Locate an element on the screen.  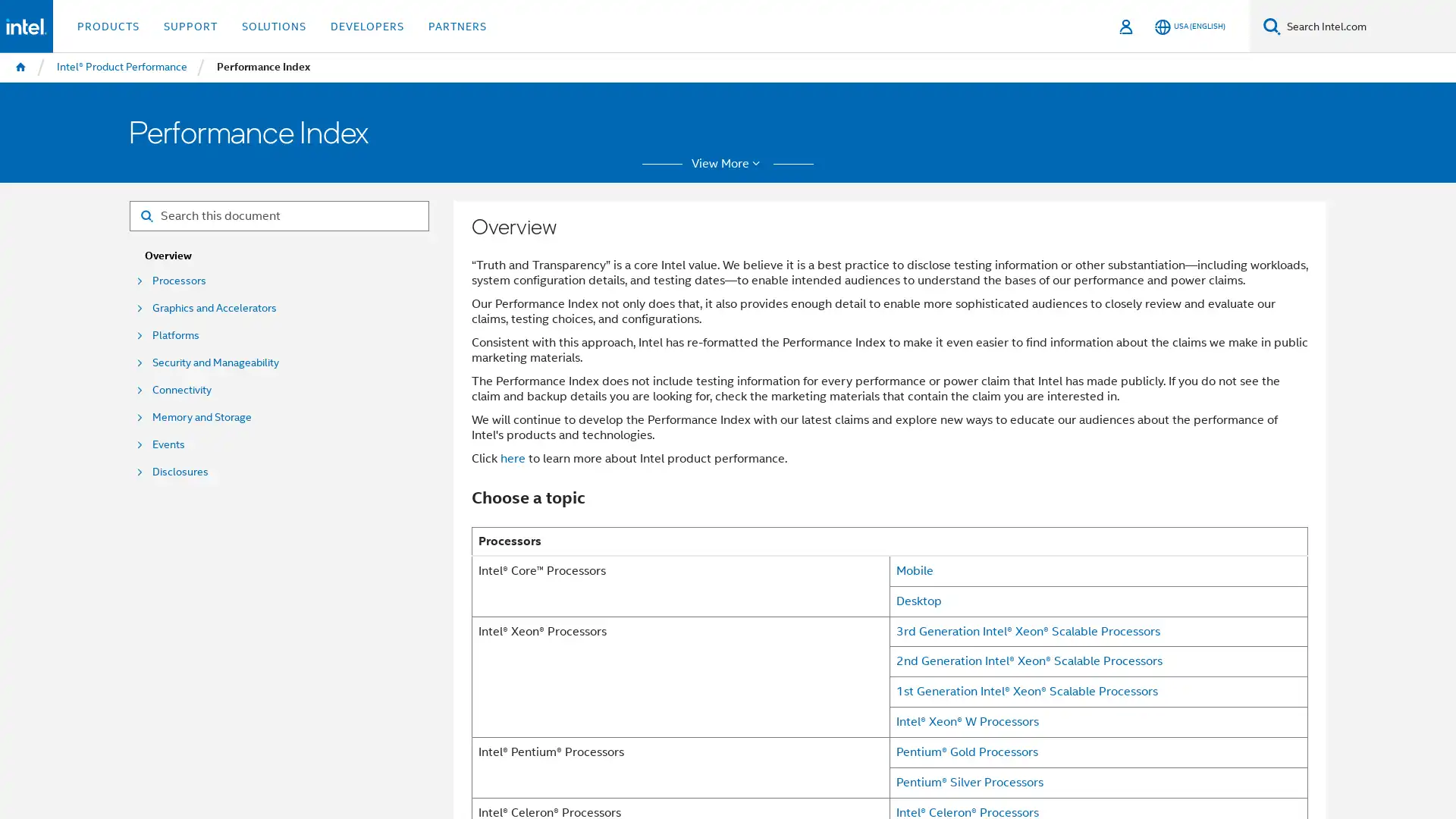
View More is located at coordinates (726, 163).